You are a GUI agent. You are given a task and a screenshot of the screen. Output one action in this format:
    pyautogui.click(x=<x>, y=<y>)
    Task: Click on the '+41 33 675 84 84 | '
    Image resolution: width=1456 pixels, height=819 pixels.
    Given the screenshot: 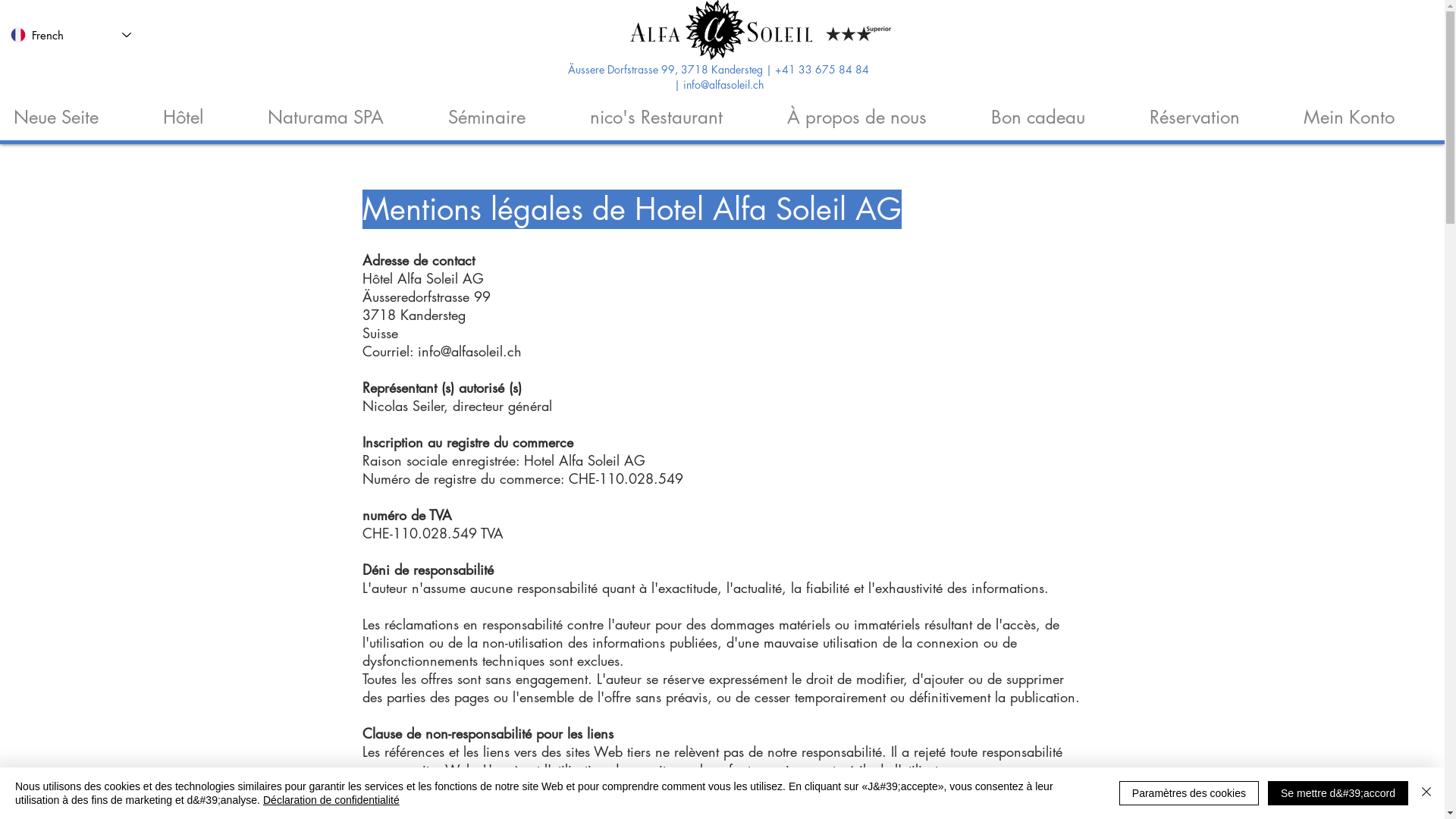 What is the action you would take?
    pyautogui.click(x=771, y=78)
    